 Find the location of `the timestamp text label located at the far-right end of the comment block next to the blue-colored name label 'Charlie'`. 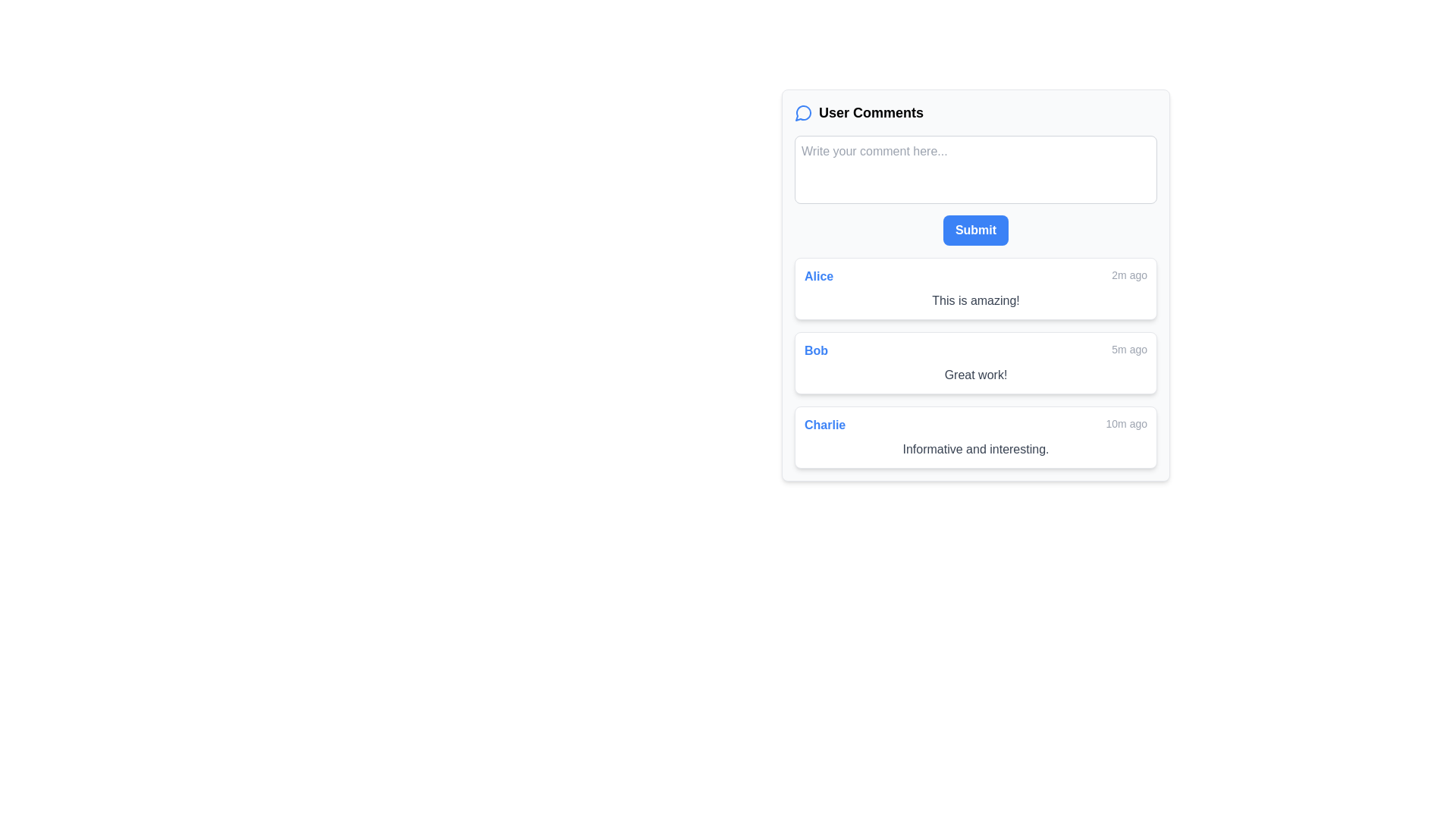

the timestamp text label located at the far-right end of the comment block next to the blue-colored name label 'Charlie' is located at coordinates (1126, 425).